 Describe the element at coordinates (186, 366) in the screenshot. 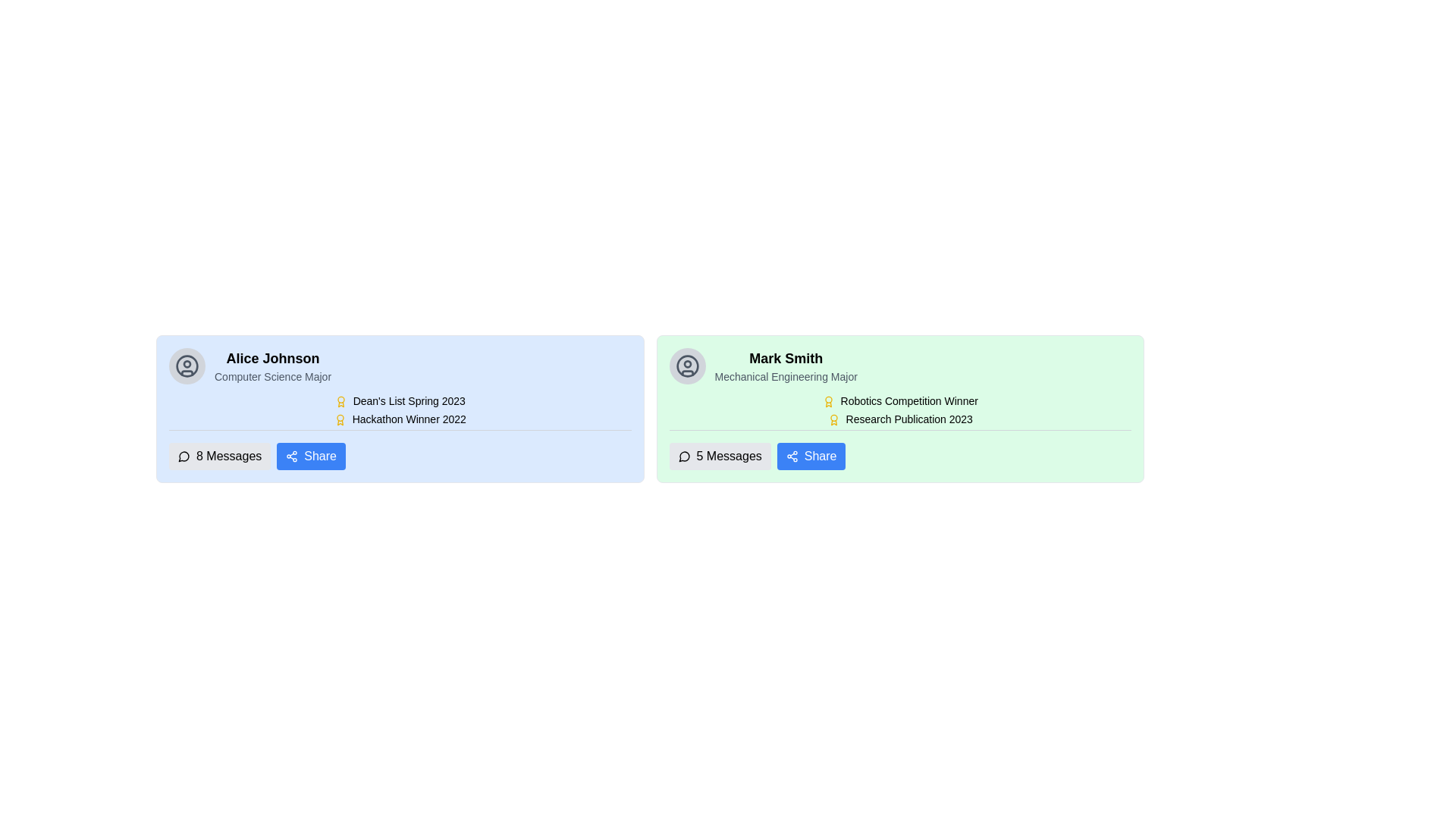

I see `the user profile icon representing 'Alice Johnson', which features a circular frame with a user figure inside, located within a light blue background panel` at that location.